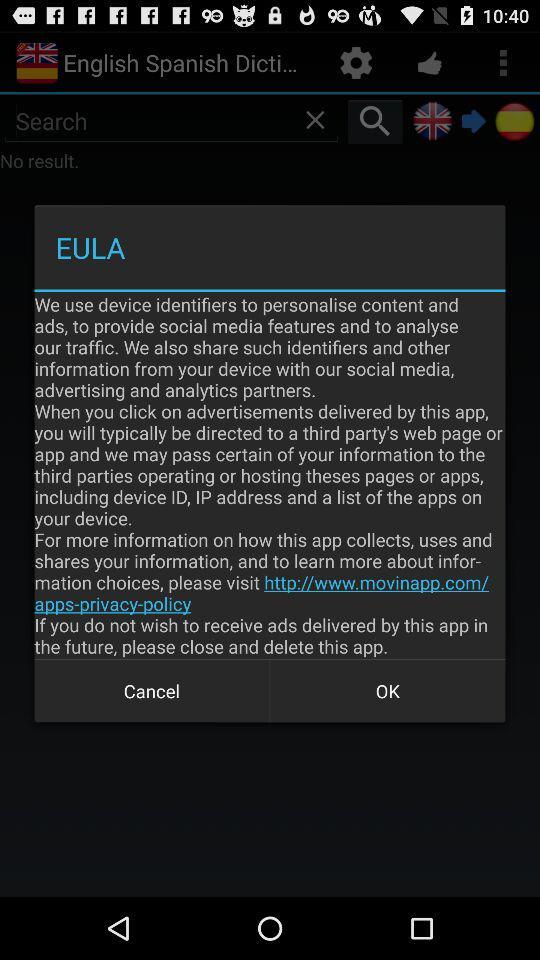  Describe the element at coordinates (270, 475) in the screenshot. I see `we use device app` at that location.